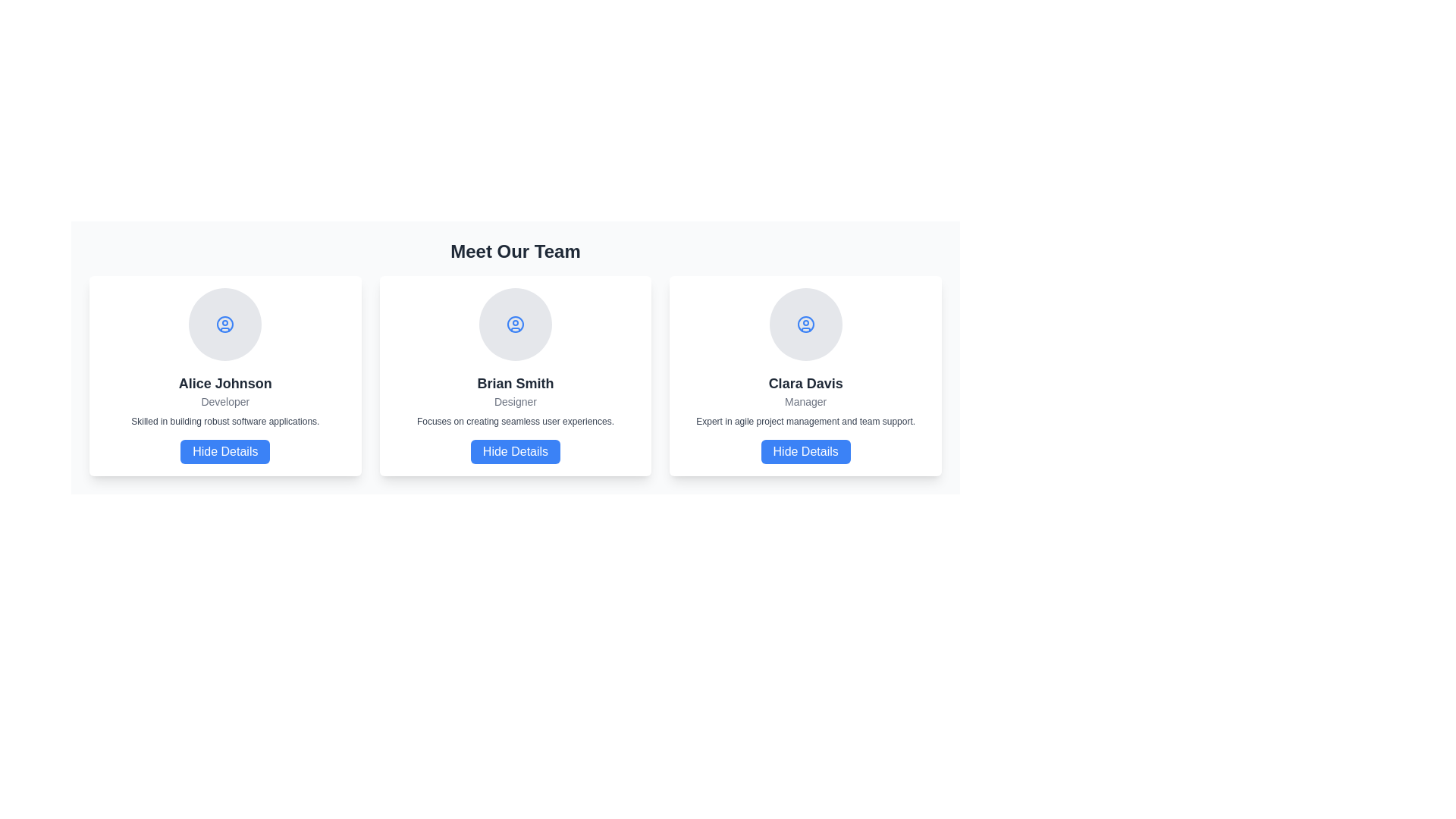  What do you see at coordinates (516, 324) in the screenshot?
I see `the circular icon with a gray background and blue outline depicting a user silhouette, located at the center top of the card for 'Brian Smith.'` at bounding box center [516, 324].